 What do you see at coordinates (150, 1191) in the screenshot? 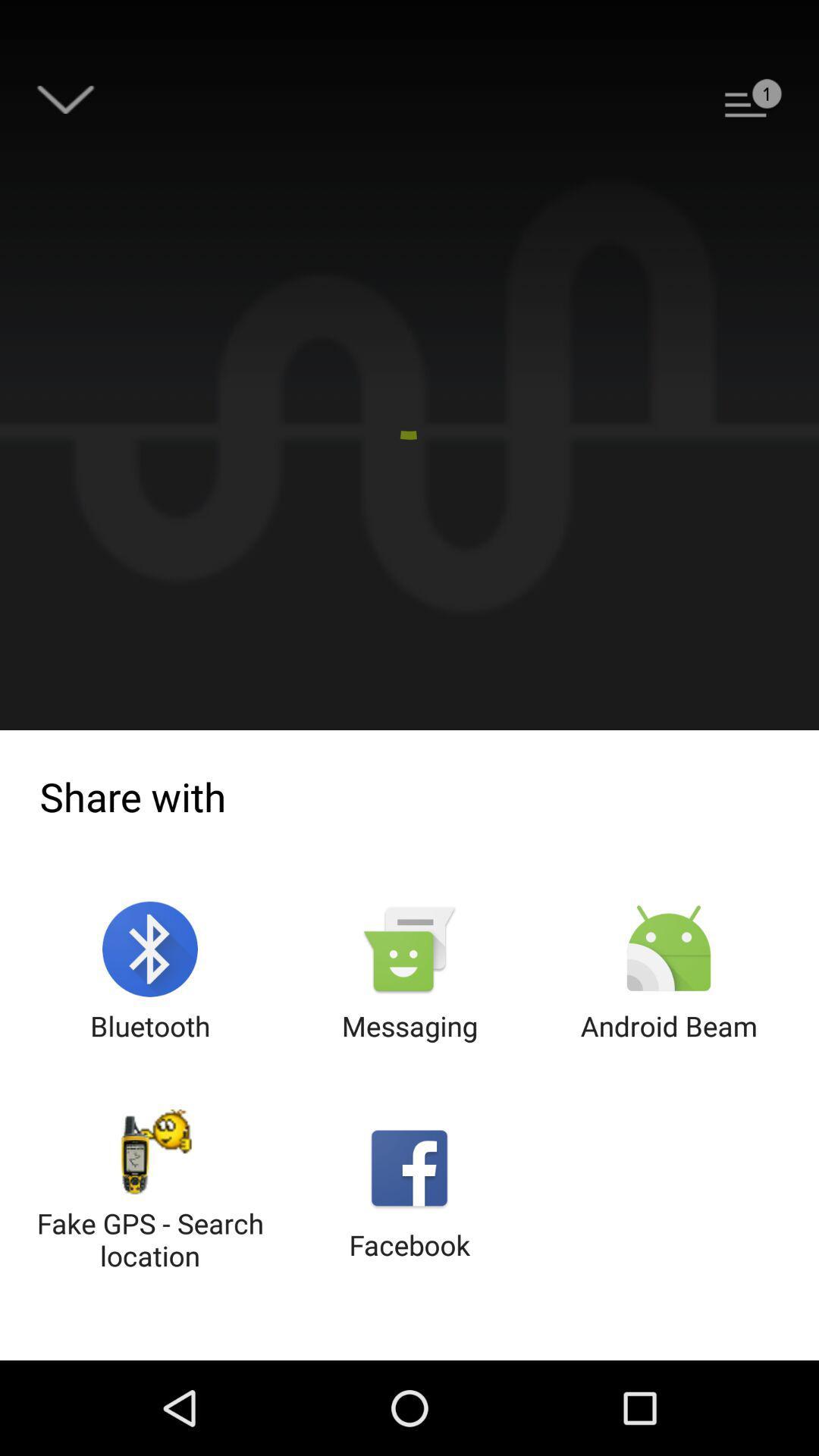
I see `fake gps search item` at bounding box center [150, 1191].